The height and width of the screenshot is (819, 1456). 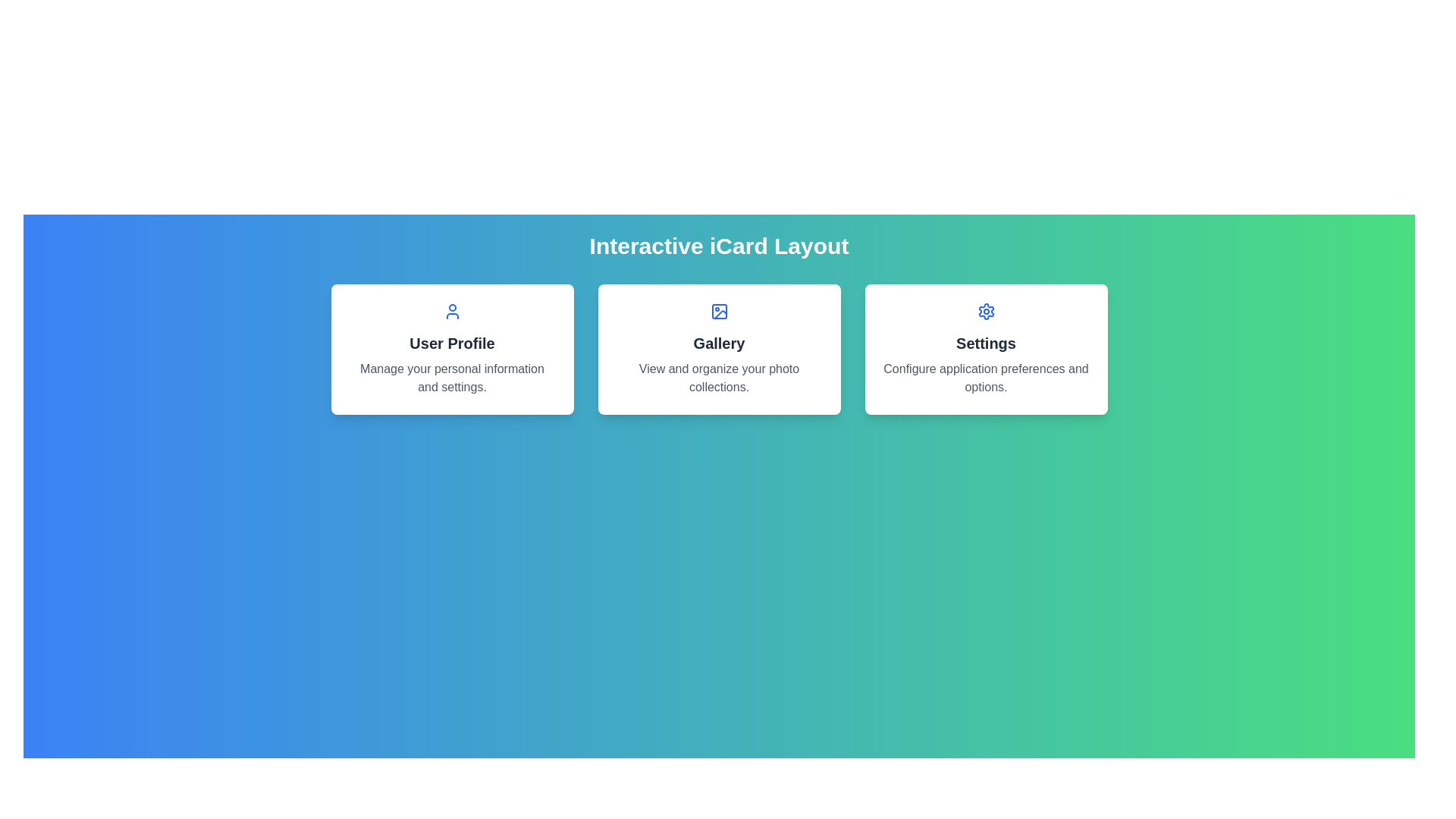 What do you see at coordinates (986, 311) in the screenshot?
I see `the gear icon representing settings functionality, located at the center of the settings card, which is the rightmost card among three options` at bounding box center [986, 311].